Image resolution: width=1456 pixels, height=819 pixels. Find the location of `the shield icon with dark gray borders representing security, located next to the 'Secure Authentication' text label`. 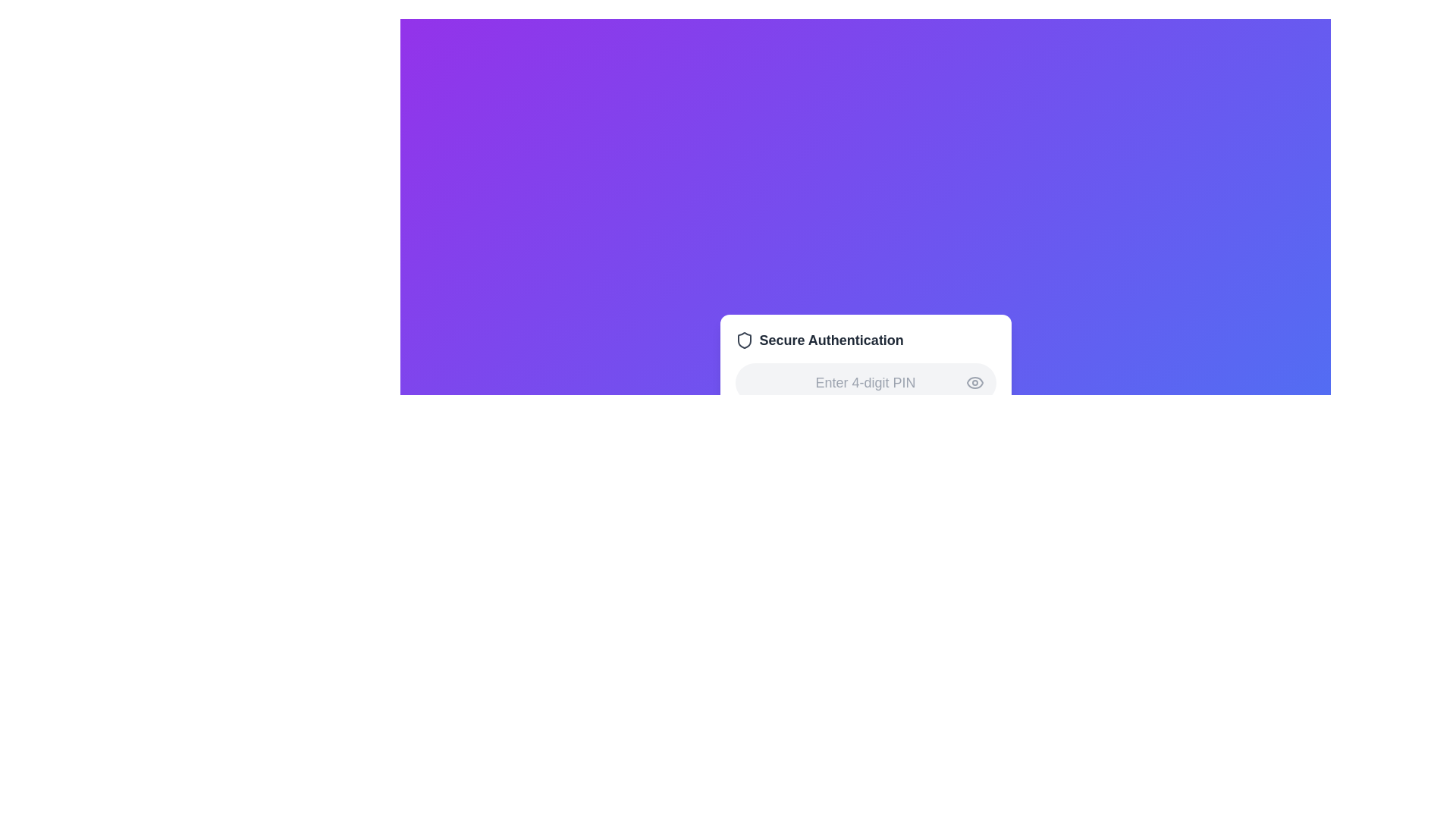

the shield icon with dark gray borders representing security, located next to the 'Secure Authentication' text label is located at coordinates (744, 339).